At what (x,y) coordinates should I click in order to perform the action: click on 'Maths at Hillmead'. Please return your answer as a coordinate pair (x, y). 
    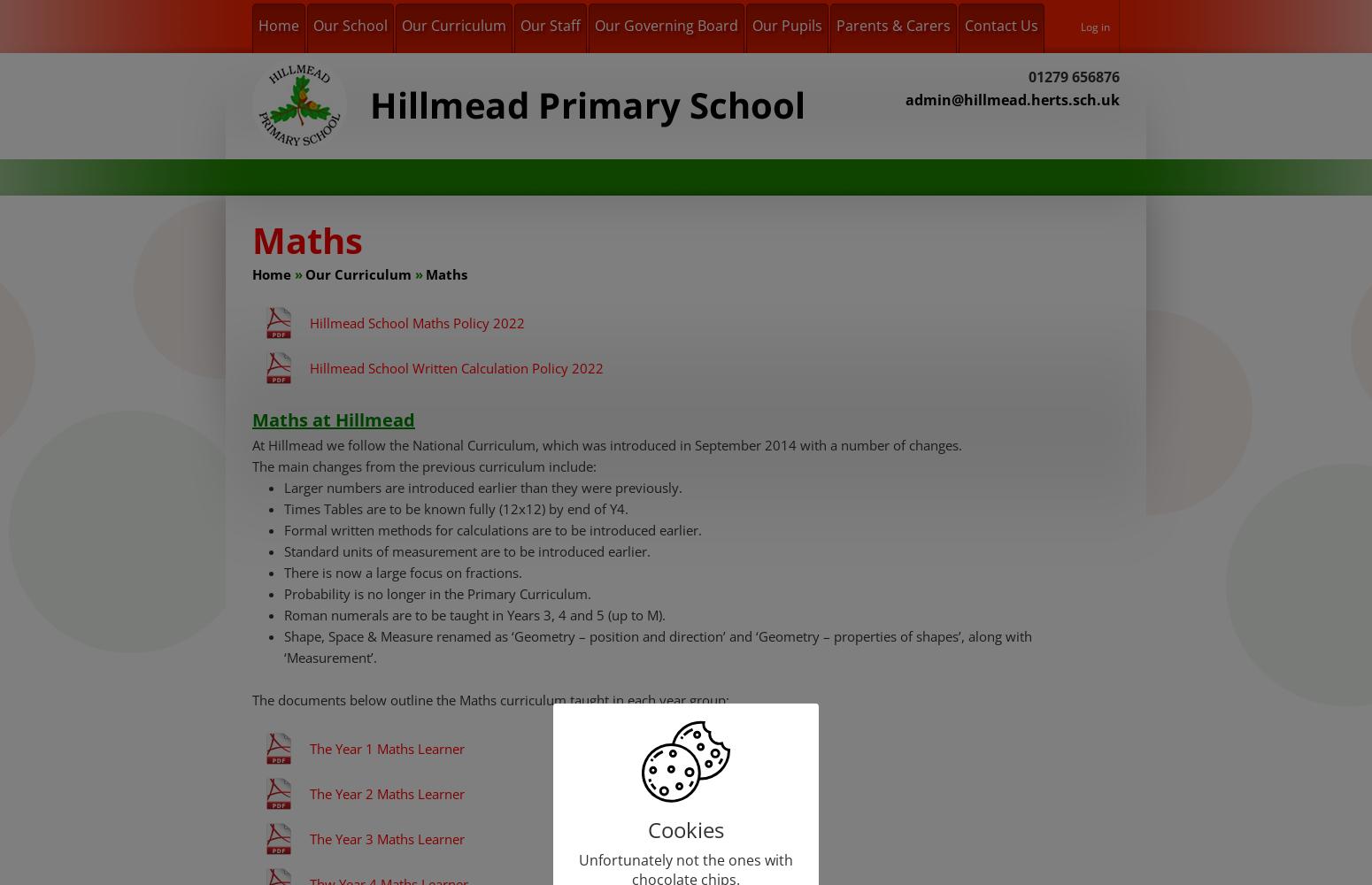
    Looking at the image, I should click on (332, 419).